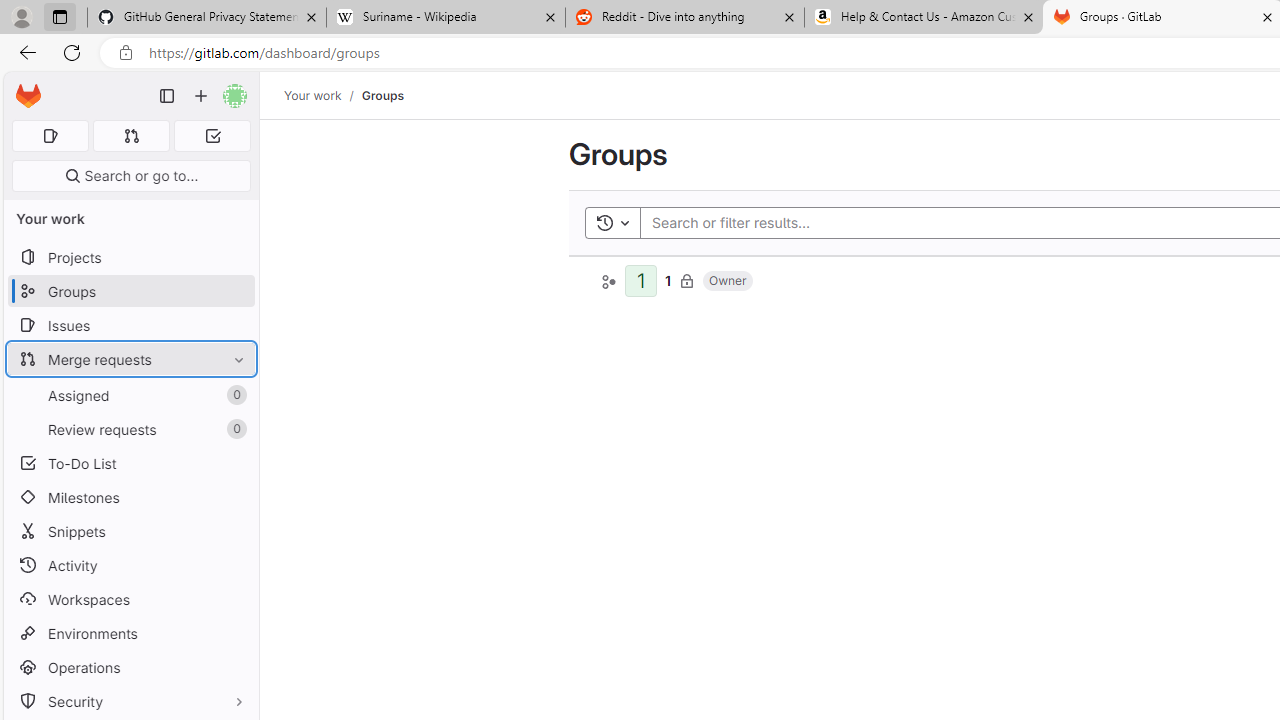 The image size is (1280, 720). What do you see at coordinates (130, 463) in the screenshot?
I see `'To-Do List'` at bounding box center [130, 463].